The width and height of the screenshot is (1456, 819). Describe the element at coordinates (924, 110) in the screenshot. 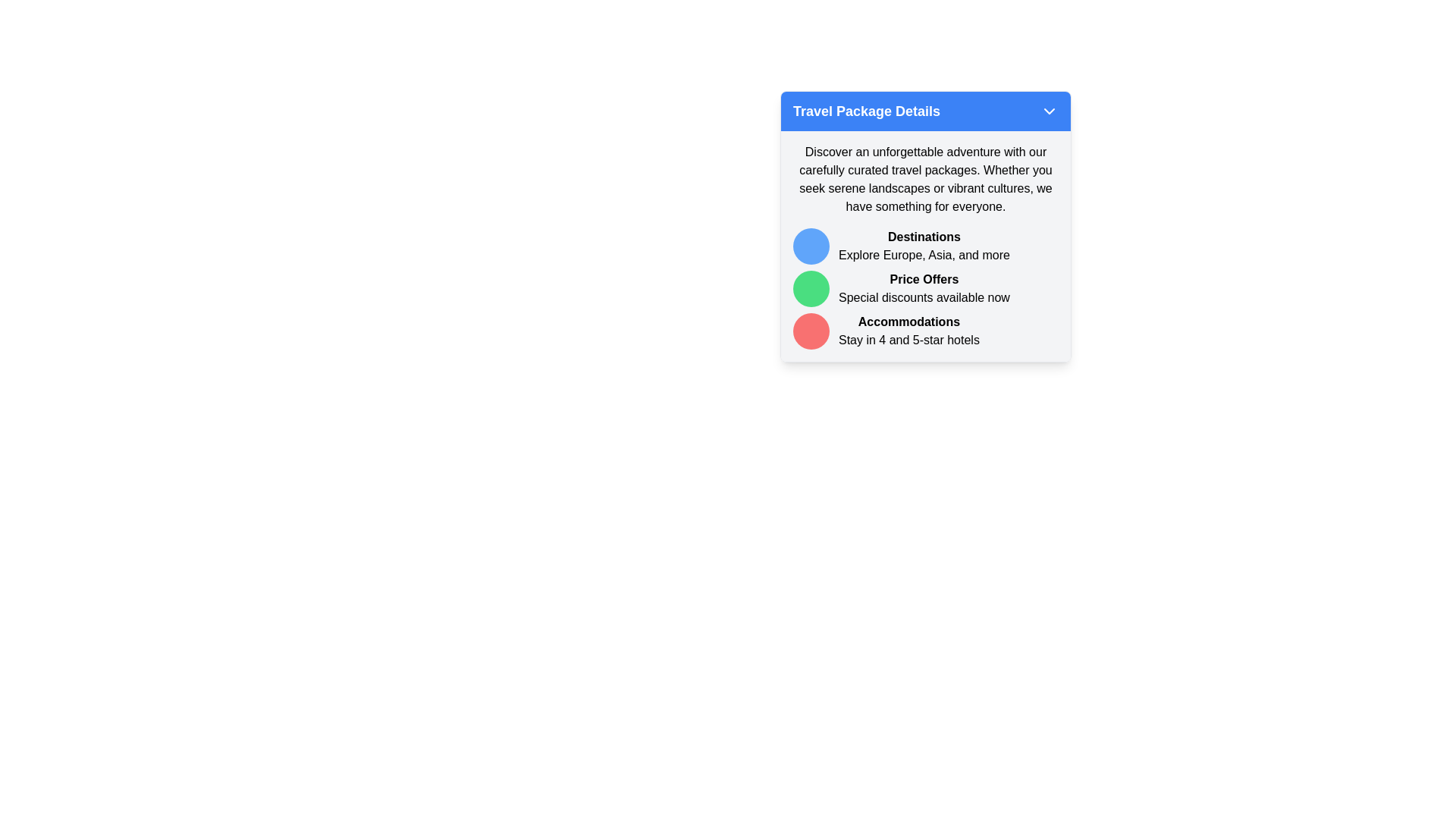

I see `the blue rectangular header labeled 'Travel Package Details'` at that location.